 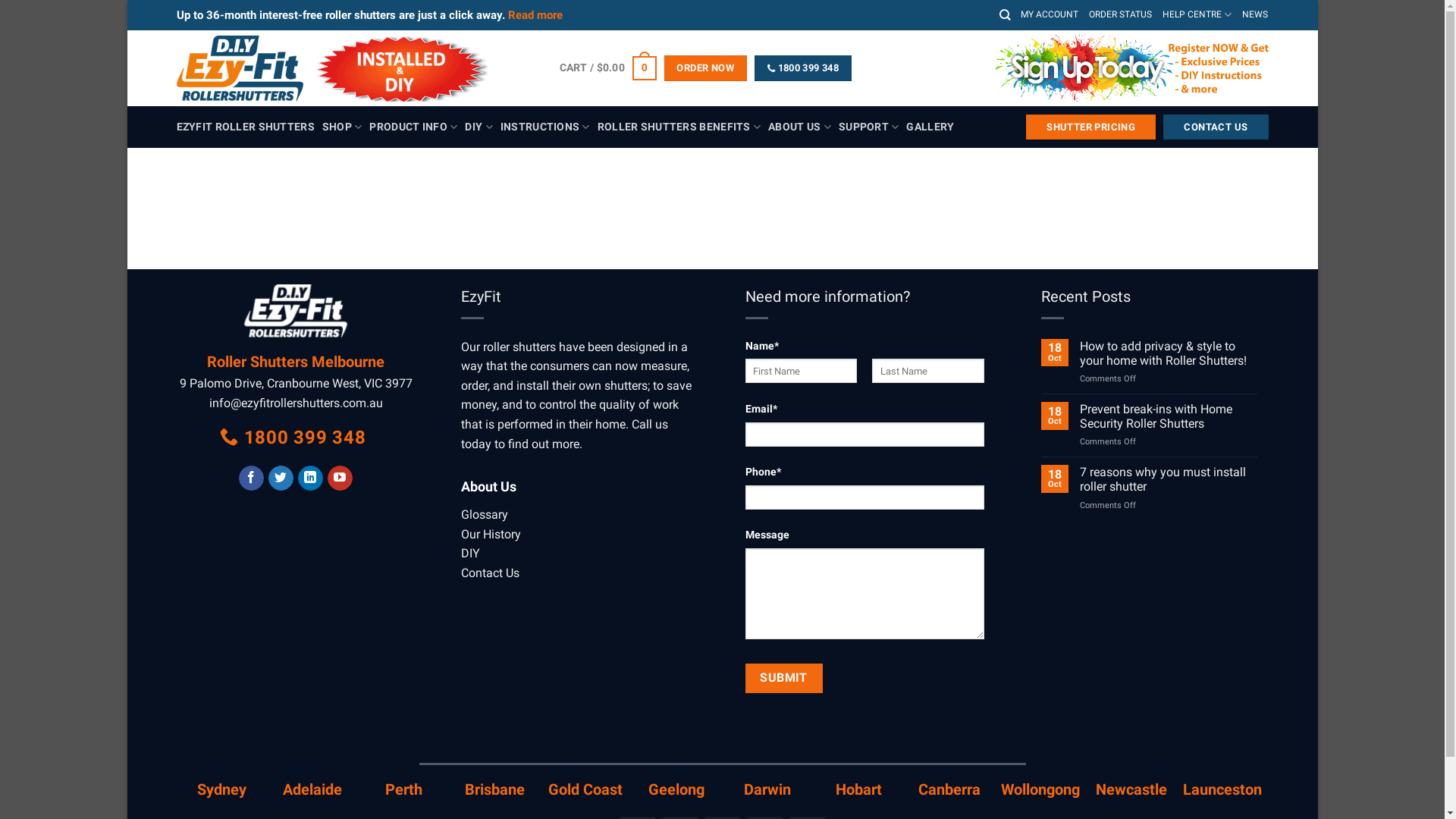 What do you see at coordinates (535, 14) in the screenshot?
I see `'Read more'` at bounding box center [535, 14].